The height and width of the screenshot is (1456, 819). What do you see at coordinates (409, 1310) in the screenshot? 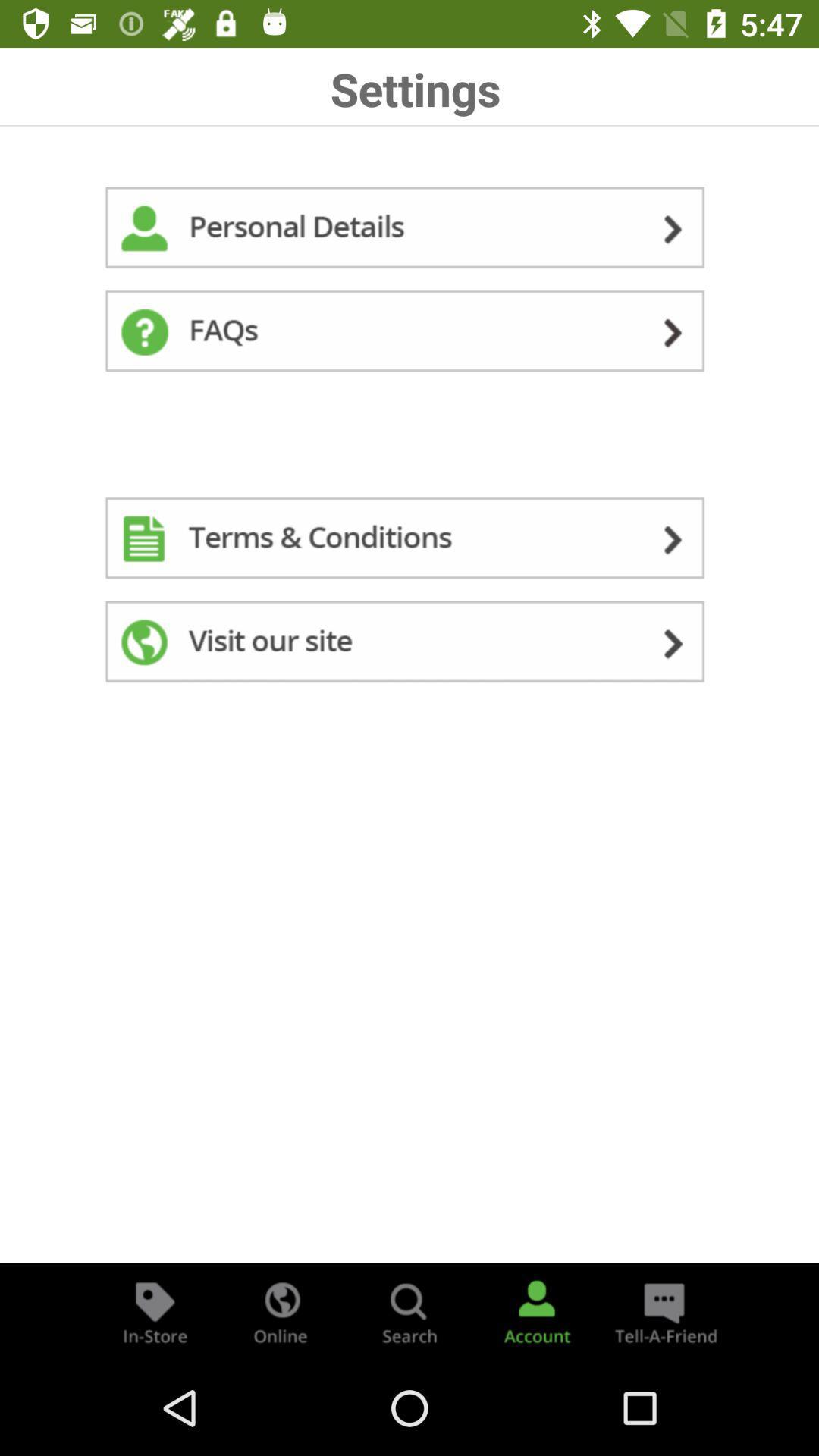
I see `the search icon` at bounding box center [409, 1310].